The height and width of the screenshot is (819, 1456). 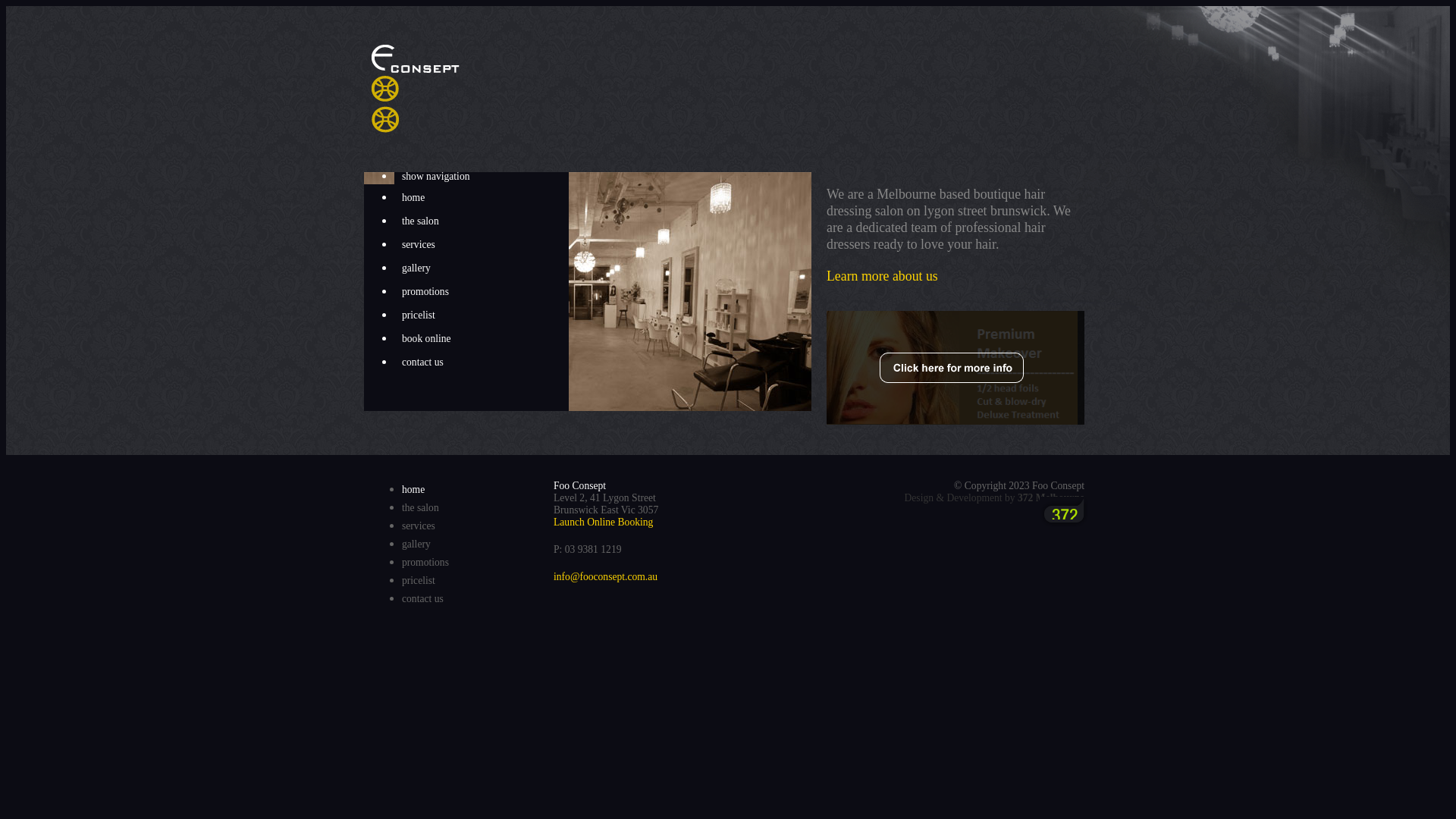 I want to click on 'the salon', so click(x=480, y=221).